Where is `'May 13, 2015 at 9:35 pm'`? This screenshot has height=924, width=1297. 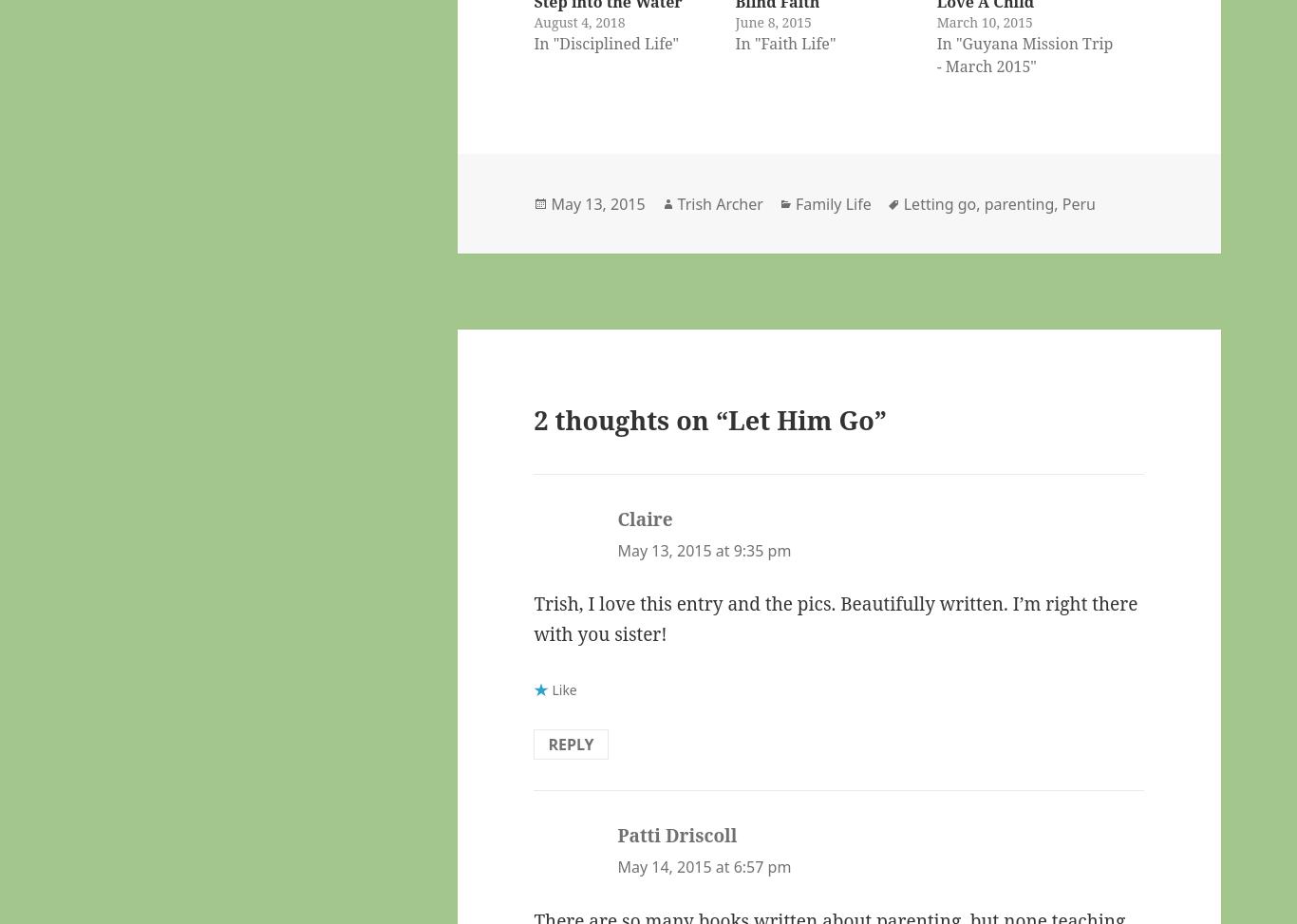
'May 13, 2015 at 9:35 pm' is located at coordinates (704, 550).